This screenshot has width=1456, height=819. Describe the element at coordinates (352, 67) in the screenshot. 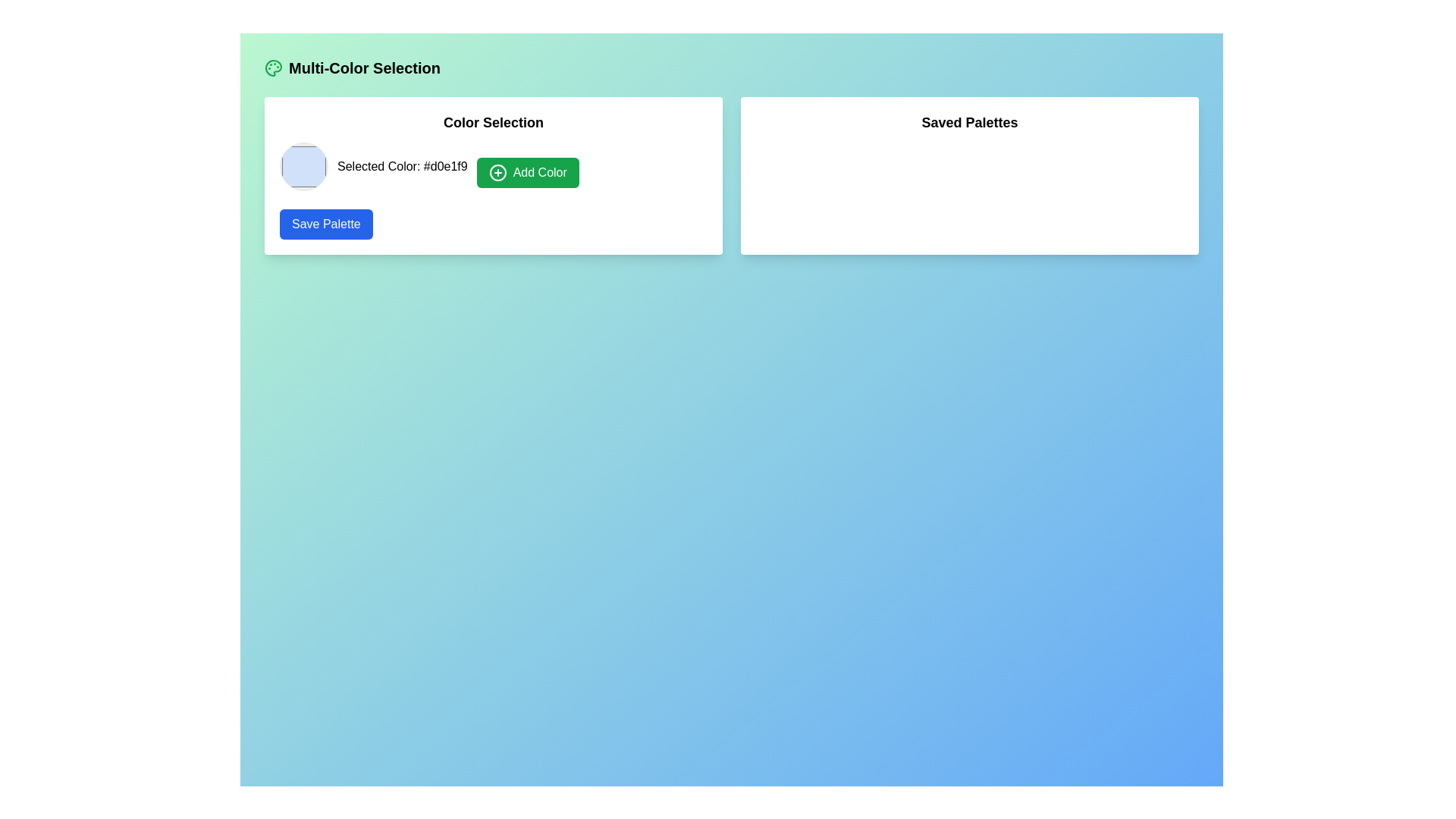

I see `the Label with an icon indicating multi-color selection functionality for accessibility` at that location.